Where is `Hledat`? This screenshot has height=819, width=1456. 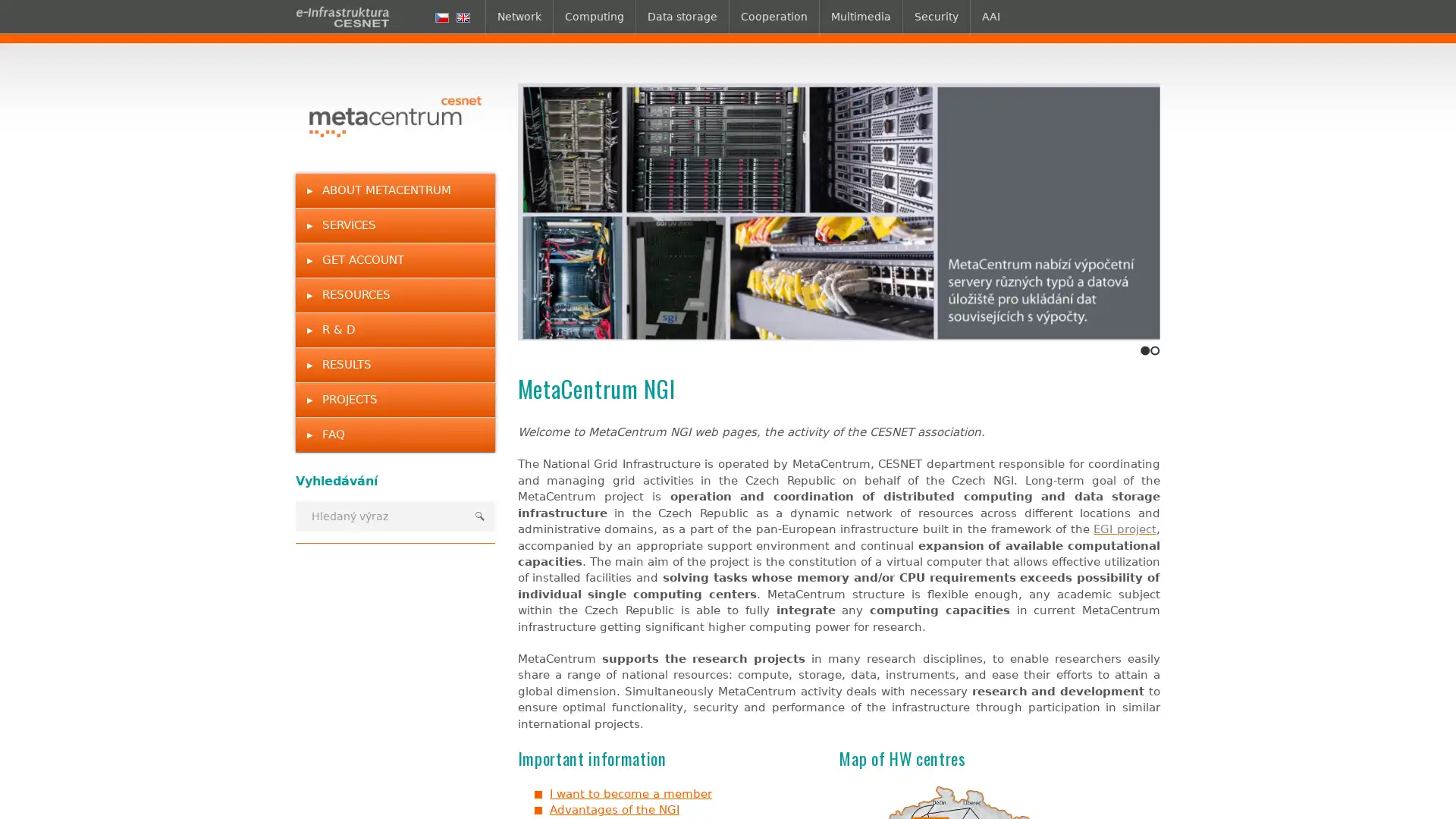 Hledat is located at coordinates (479, 514).